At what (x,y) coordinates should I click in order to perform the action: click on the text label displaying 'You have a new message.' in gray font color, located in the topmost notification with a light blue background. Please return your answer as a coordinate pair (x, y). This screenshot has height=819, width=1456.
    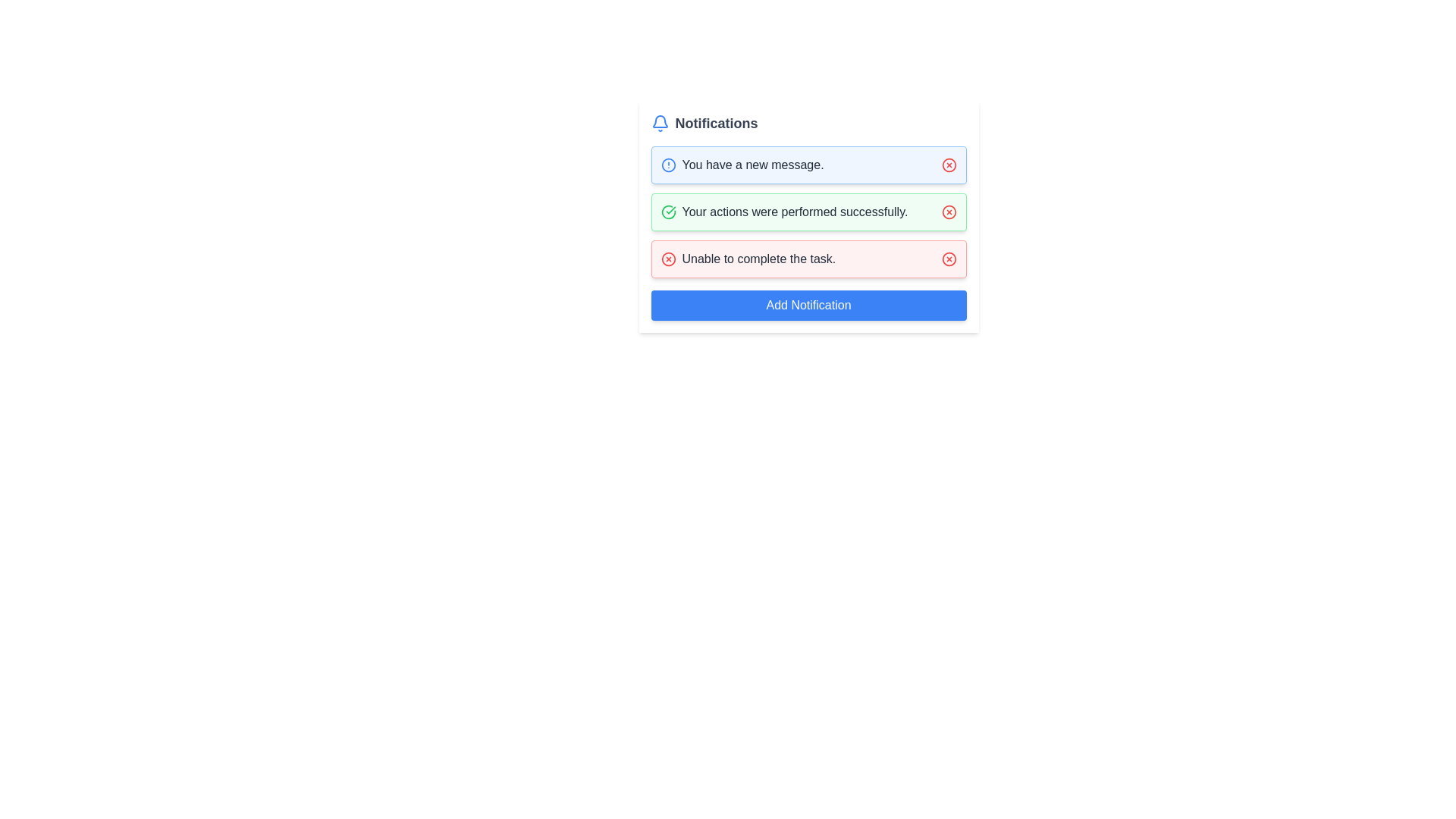
    Looking at the image, I should click on (753, 165).